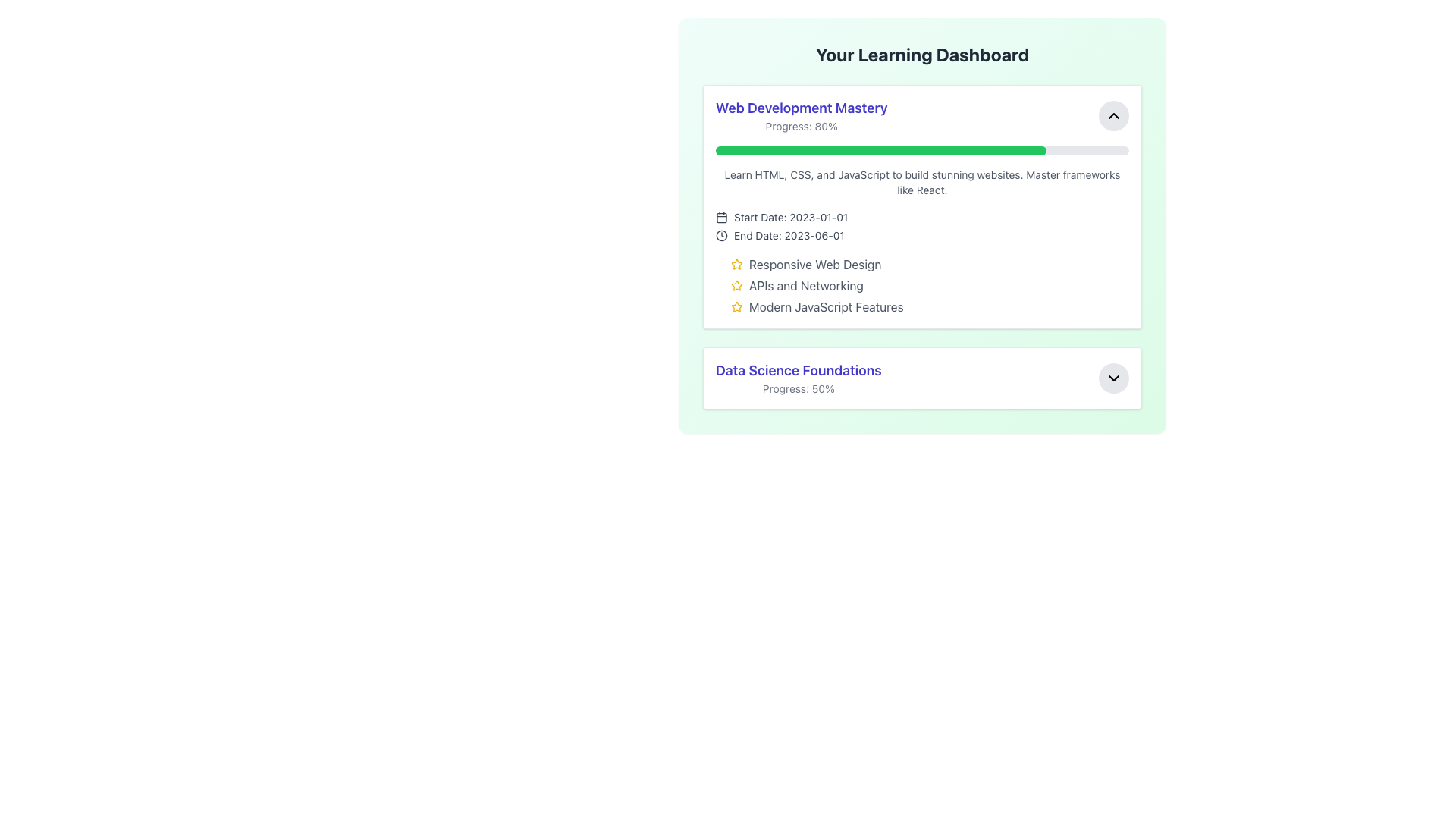 This screenshot has height=819, width=1456. What do you see at coordinates (736, 307) in the screenshot?
I see `the icon located immediately to the left of the text 'Modern JavaScript Features'` at bounding box center [736, 307].